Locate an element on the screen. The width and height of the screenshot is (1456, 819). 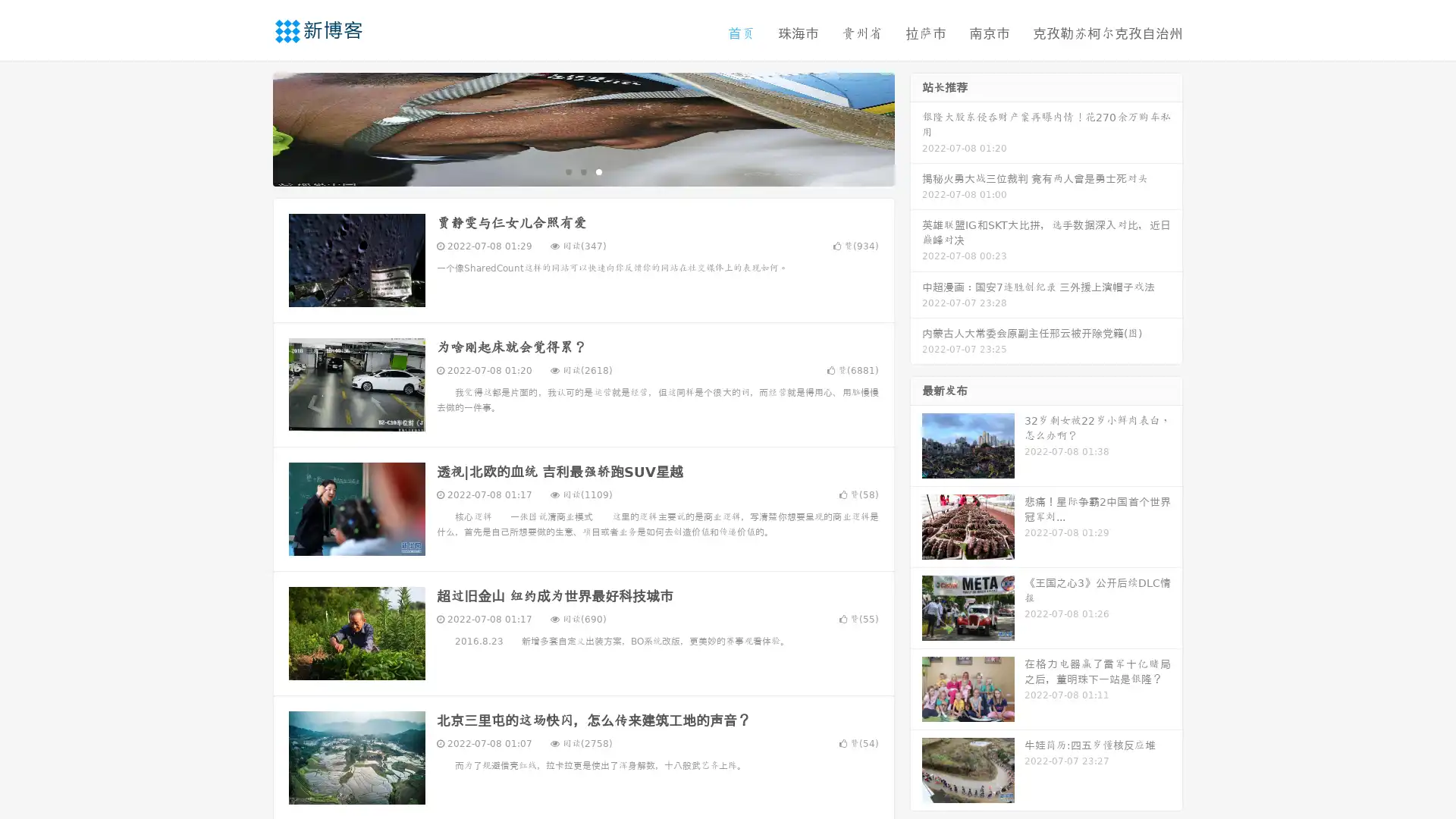
Next slide is located at coordinates (916, 127).